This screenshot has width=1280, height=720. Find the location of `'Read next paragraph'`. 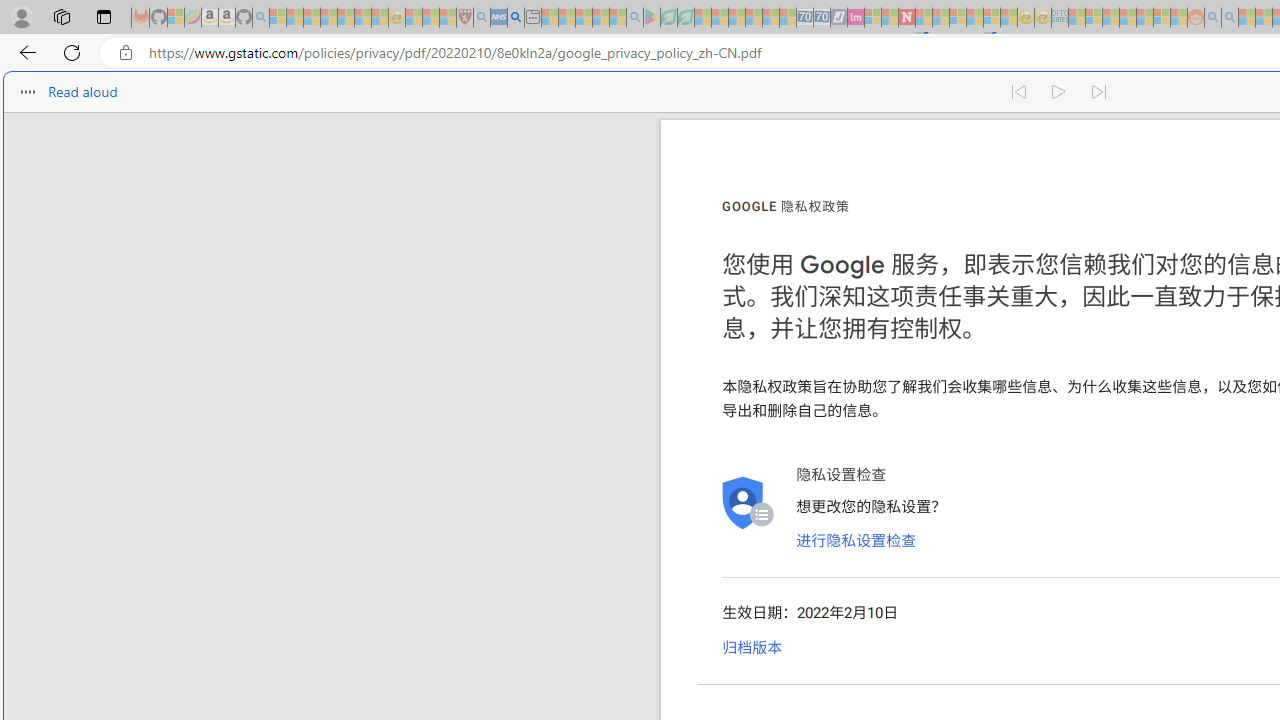

'Read next paragraph' is located at coordinates (1098, 92).